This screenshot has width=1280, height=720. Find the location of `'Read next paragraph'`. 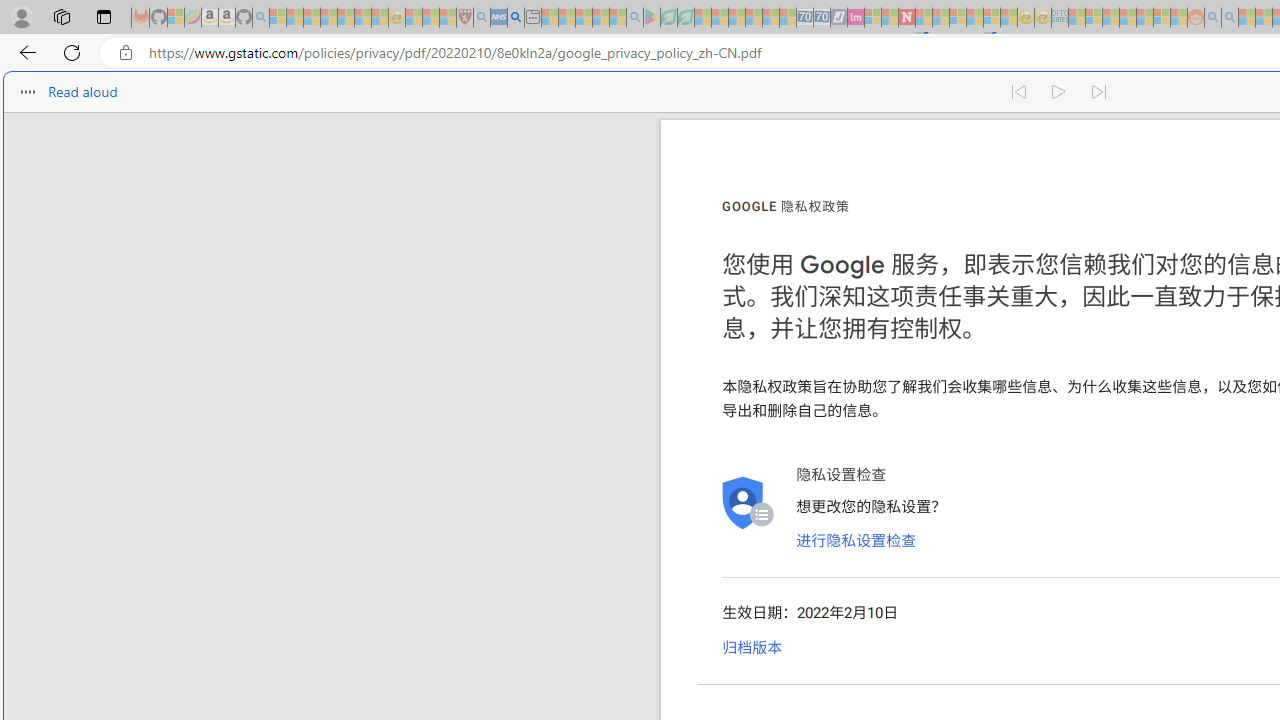

'Read next paragraph' is located at coordinates (1098, 92).